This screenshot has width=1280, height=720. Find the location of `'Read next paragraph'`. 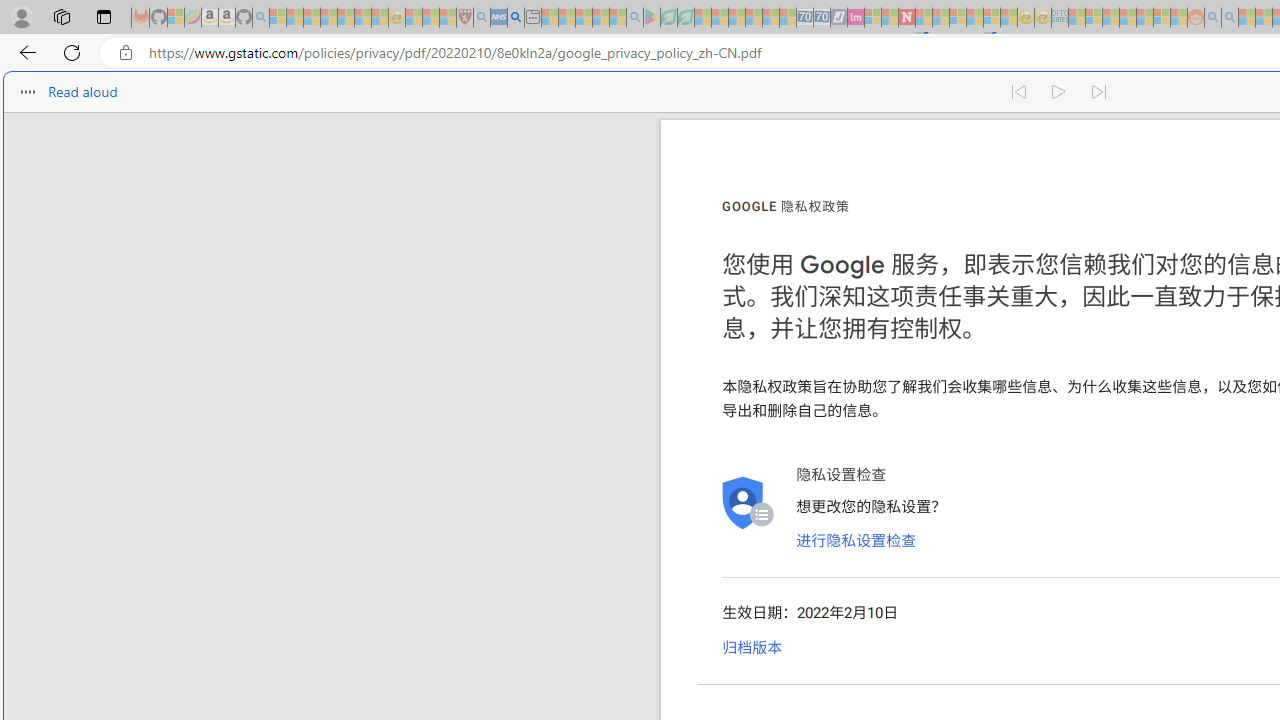

'Read next paragraph' is located at coordinates (1098, 92).